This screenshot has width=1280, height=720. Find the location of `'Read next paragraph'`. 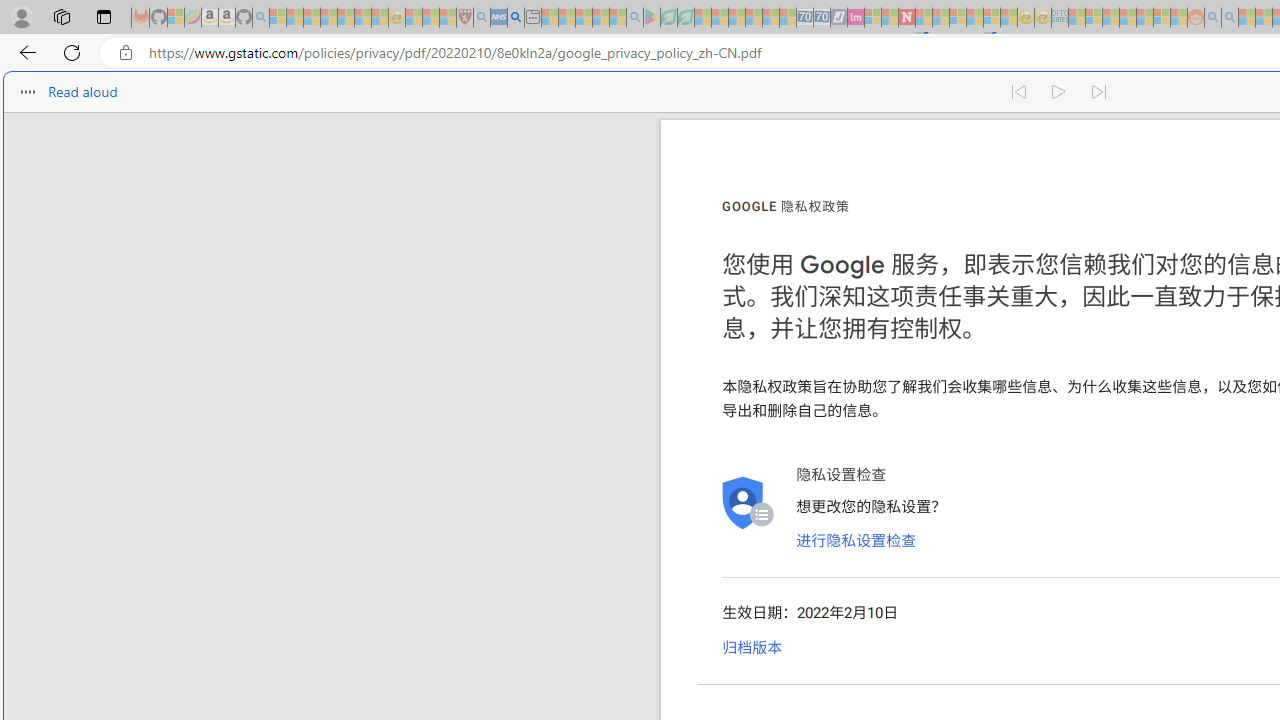

'Read next paragraph' is located at coordinates (1098, 92).